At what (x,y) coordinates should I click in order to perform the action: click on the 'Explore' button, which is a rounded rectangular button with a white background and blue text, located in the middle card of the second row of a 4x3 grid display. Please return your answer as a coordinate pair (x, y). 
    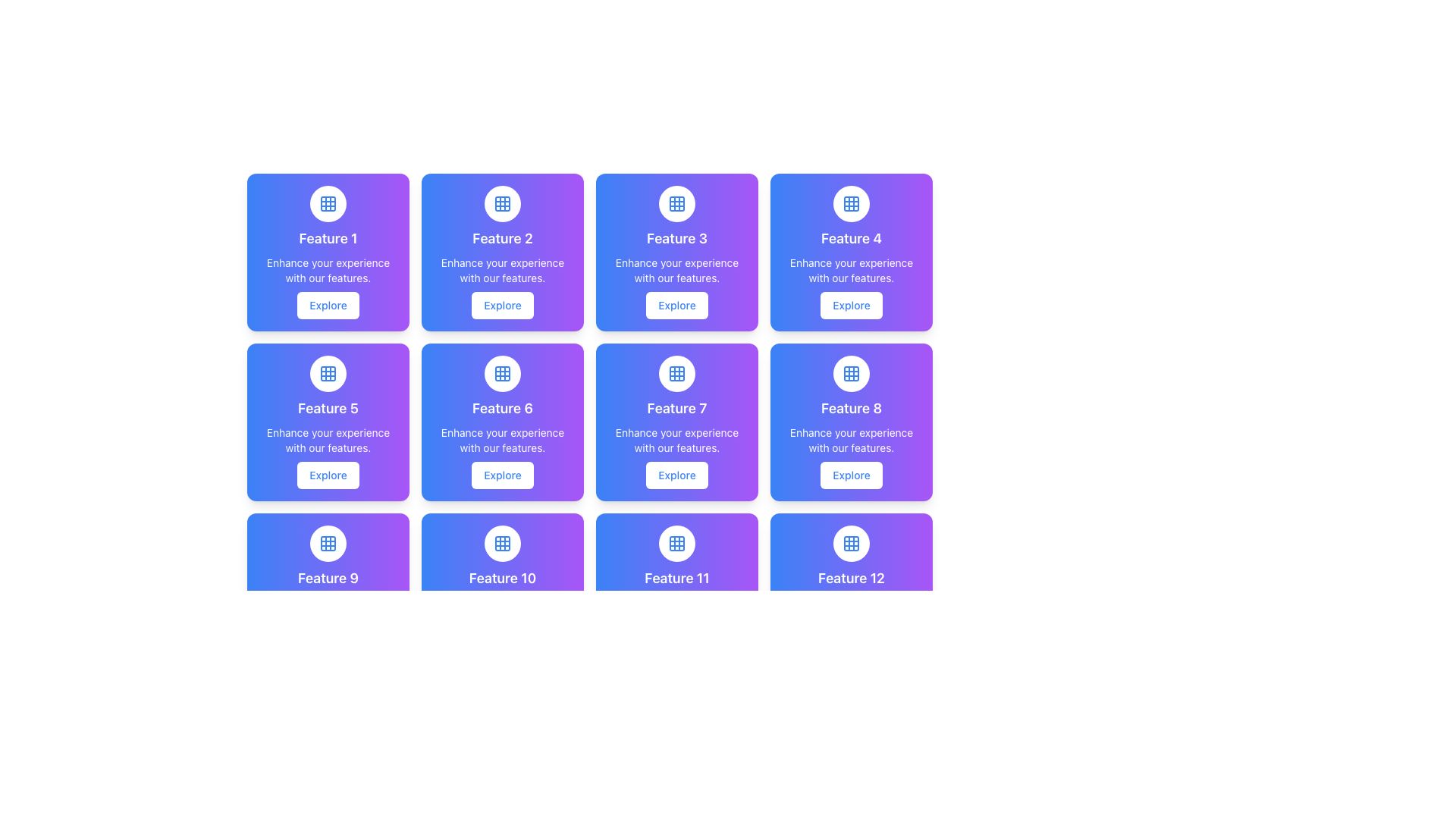
    Looking at the image, I should click on (502, 475).